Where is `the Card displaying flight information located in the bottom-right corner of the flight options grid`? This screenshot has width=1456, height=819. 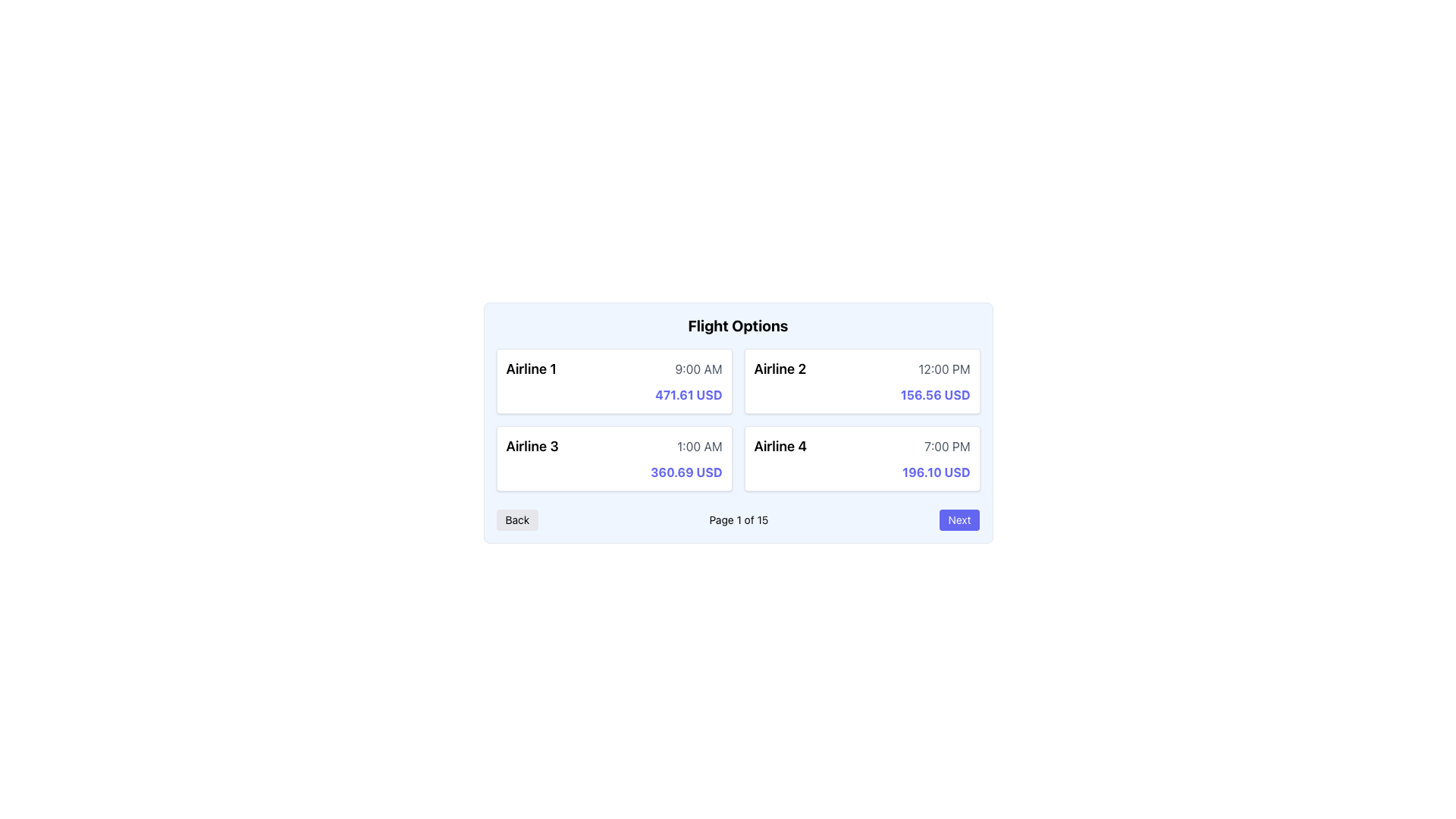
the Card displaying flight information located in the bottom-right corner of the flight options grid is located at coordinates (862, 458).